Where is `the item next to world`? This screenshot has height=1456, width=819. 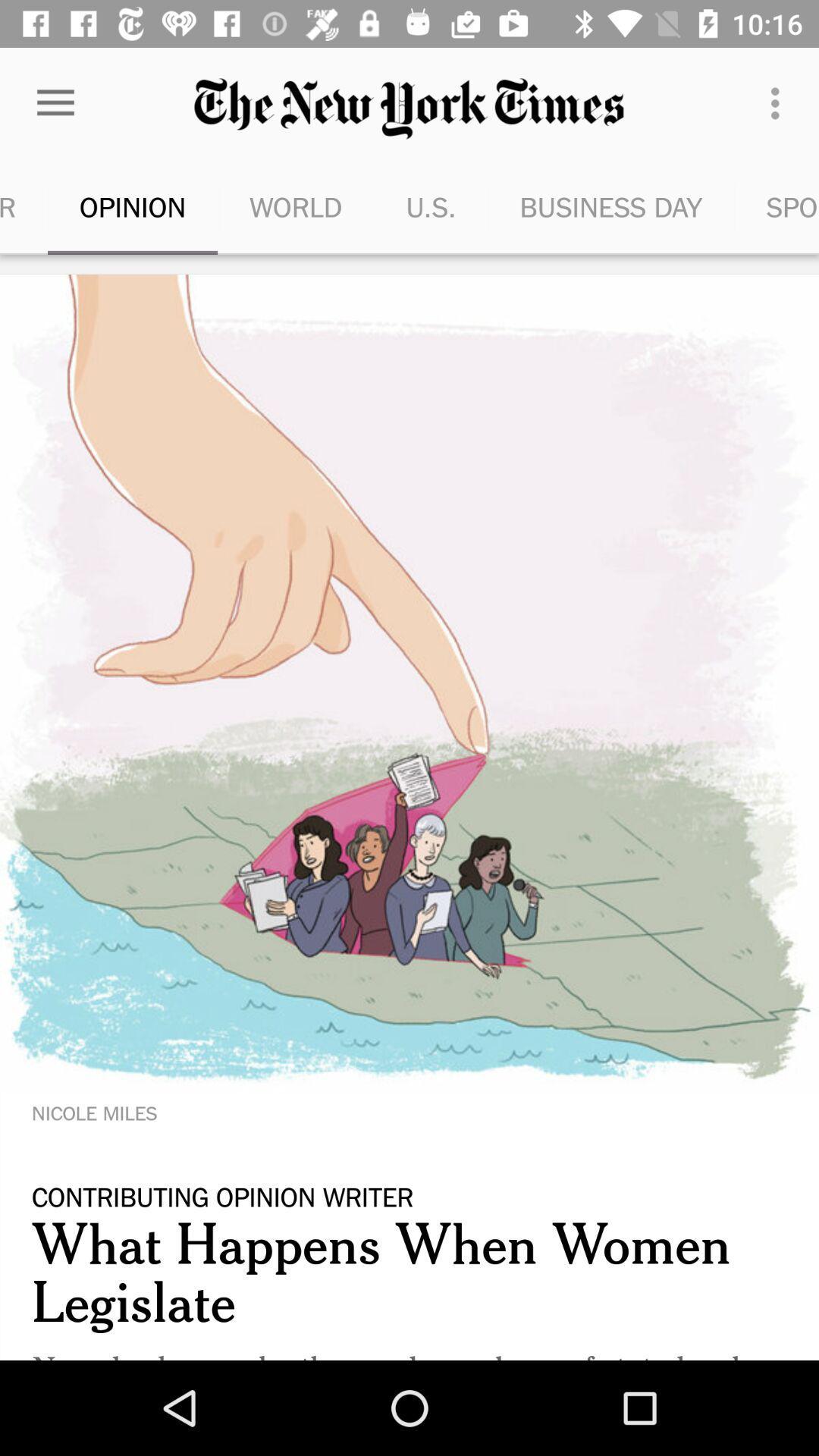 the item next to world is located at coordinates (431, 206).